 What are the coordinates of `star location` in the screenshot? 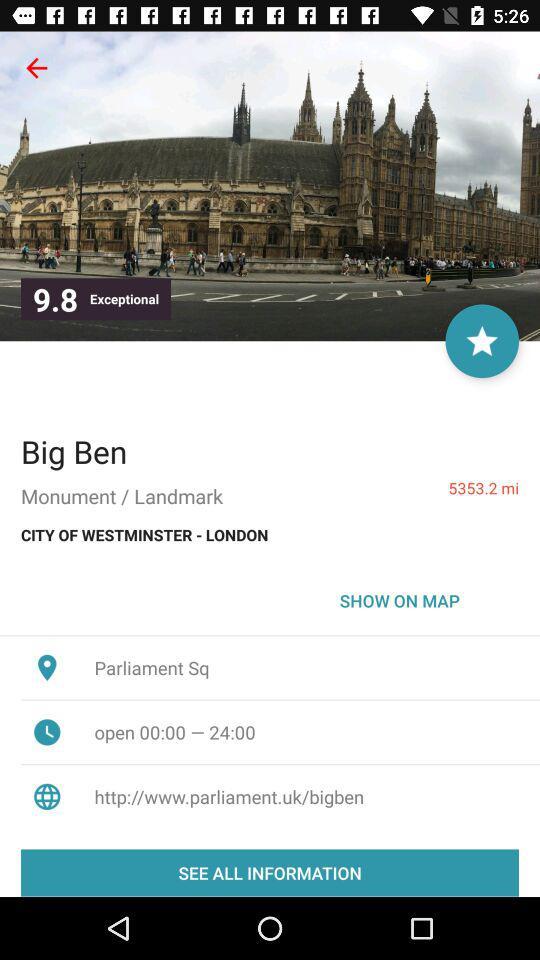 It's located at (481, 341).